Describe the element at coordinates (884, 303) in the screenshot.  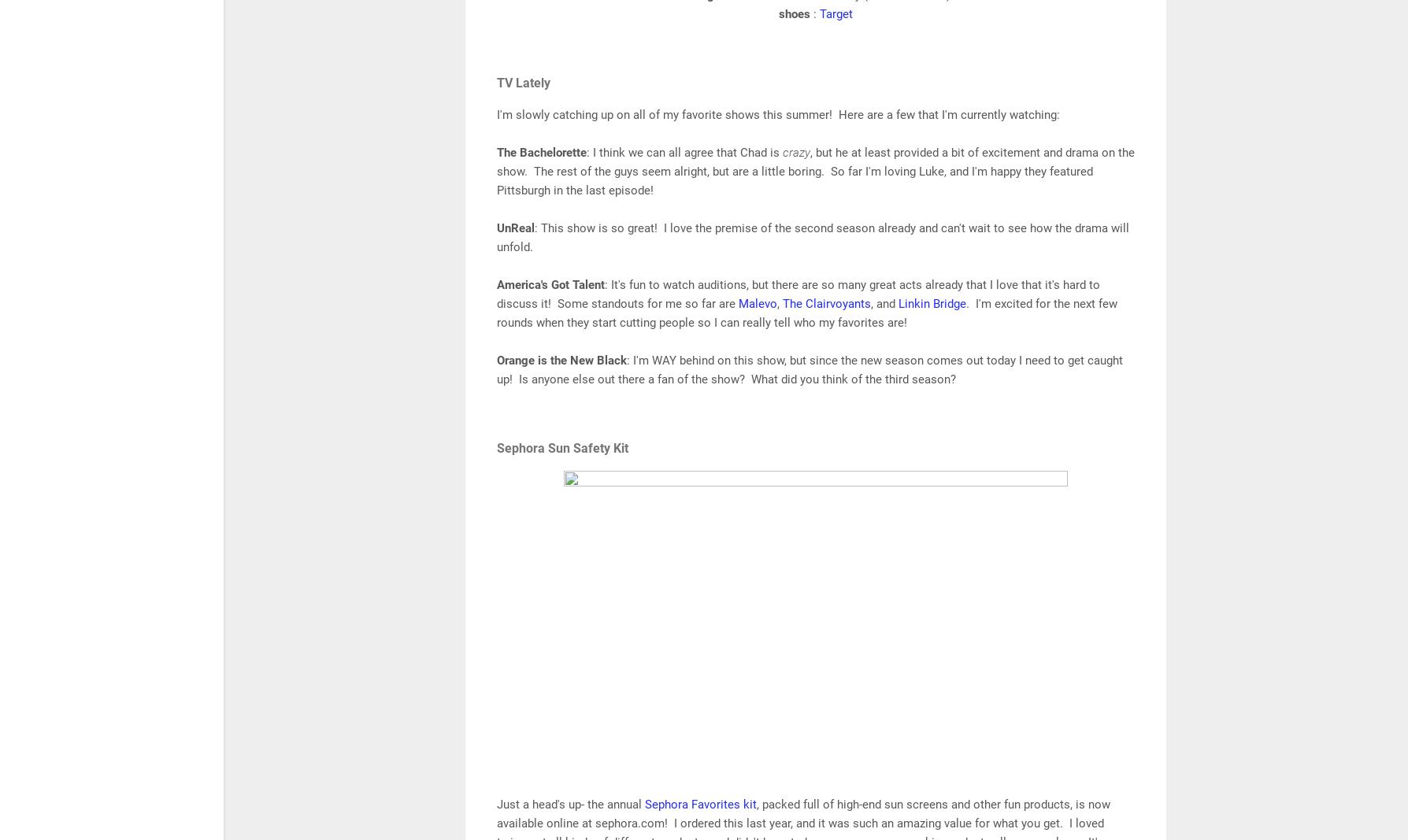
I see `', and'` at that location.